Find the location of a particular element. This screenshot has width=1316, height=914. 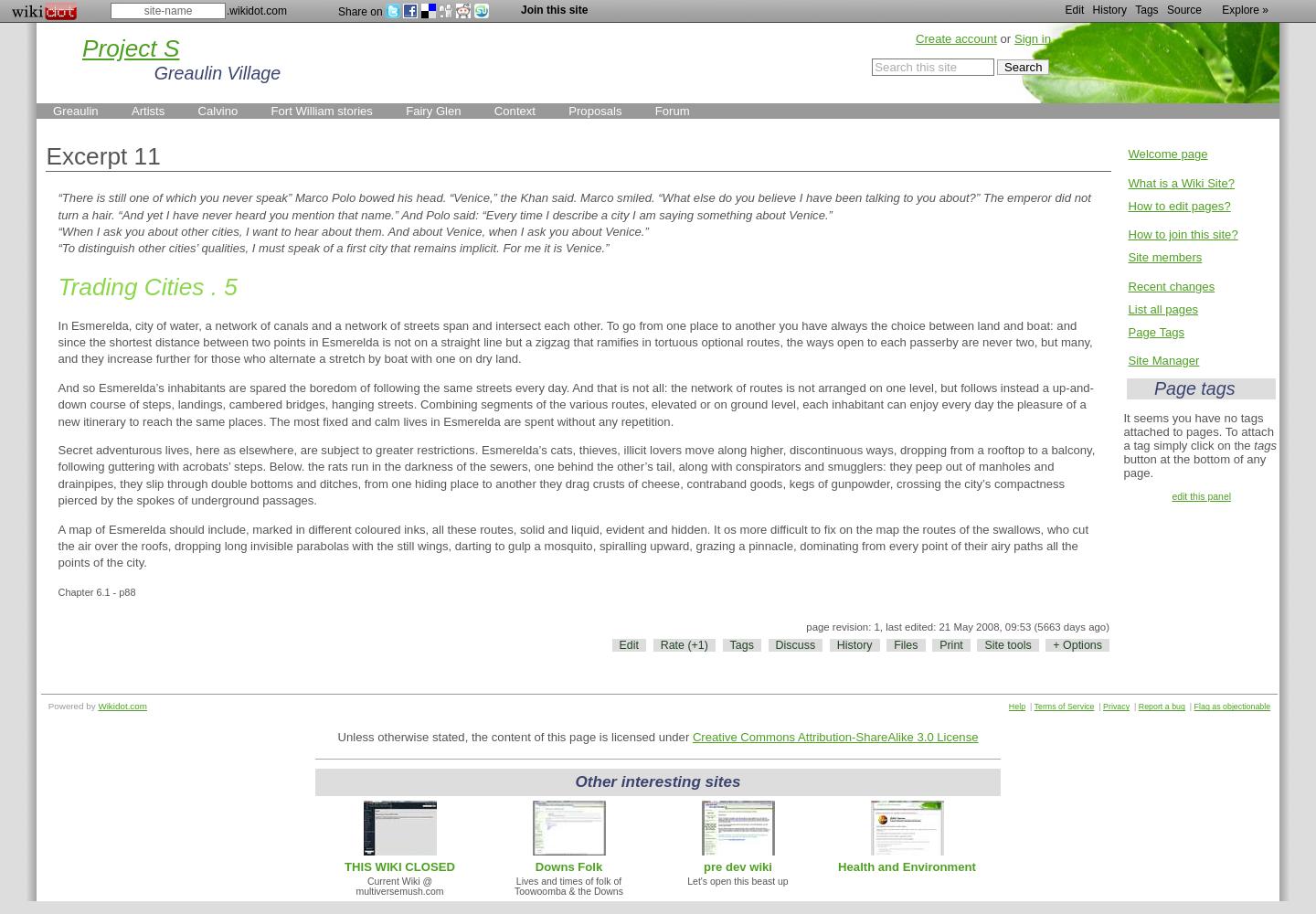

')' is located at coordinates (704, 644).